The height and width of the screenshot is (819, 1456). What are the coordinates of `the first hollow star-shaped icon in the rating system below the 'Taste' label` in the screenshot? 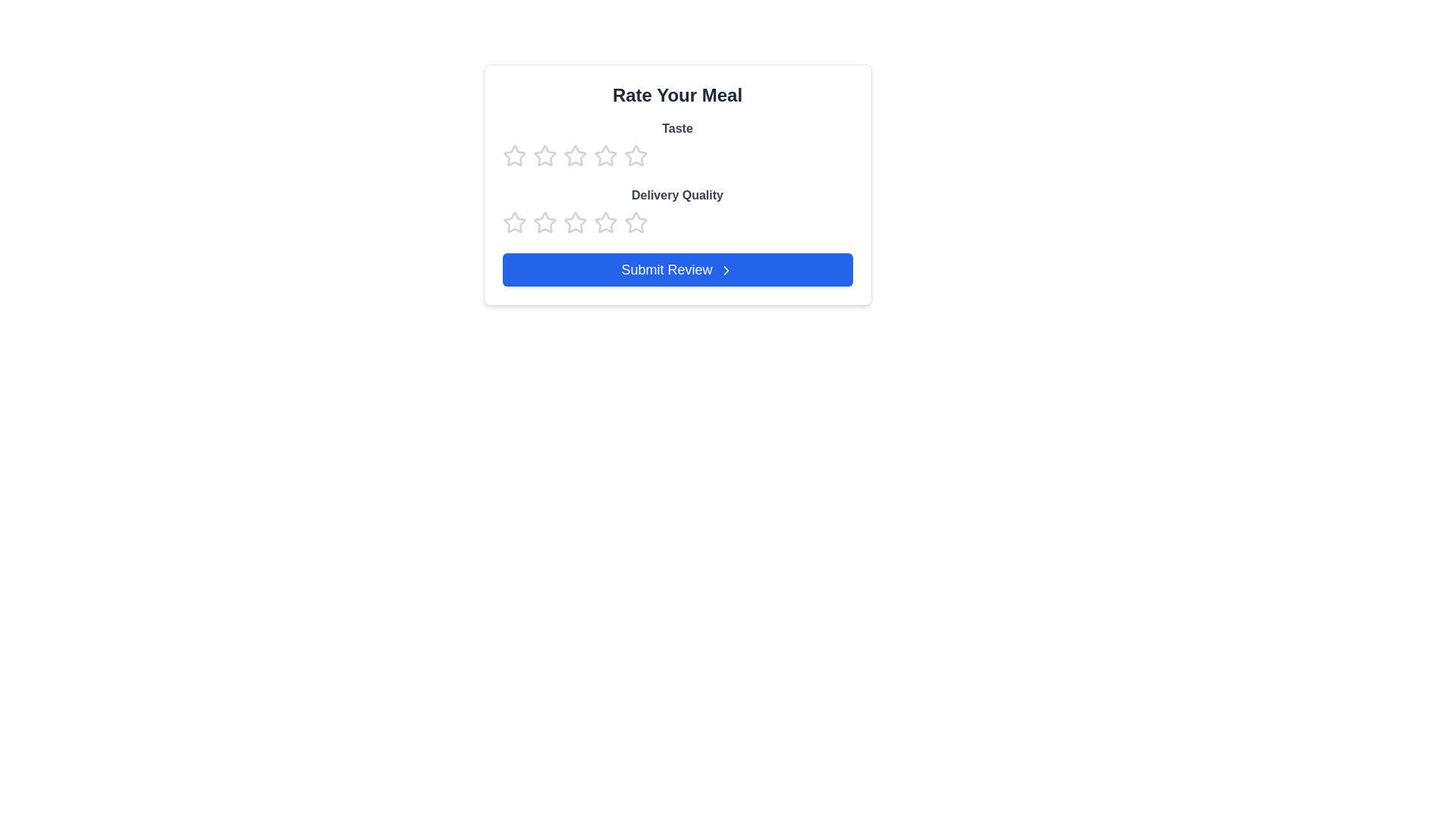 It's located at (544, 155).